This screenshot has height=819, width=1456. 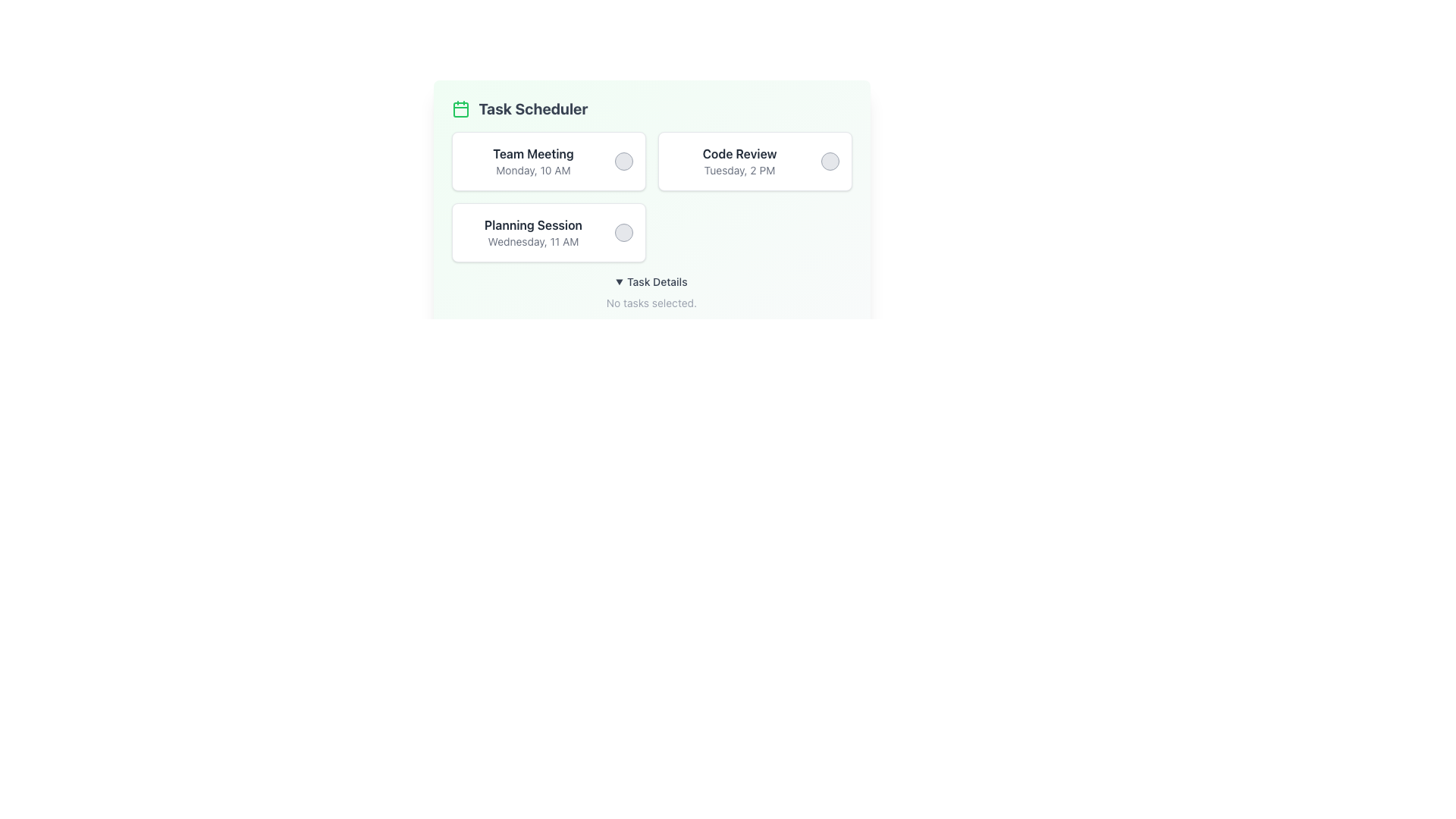 What do you see at coordinates (533, 233) in the screenshot?
I see `the non-interactive Text Display element that shows the scheduled event title and time, positioned below 'Team Meeting, Monday 10 AM' and above 'Task Details'` at bounding box center [533, 233].